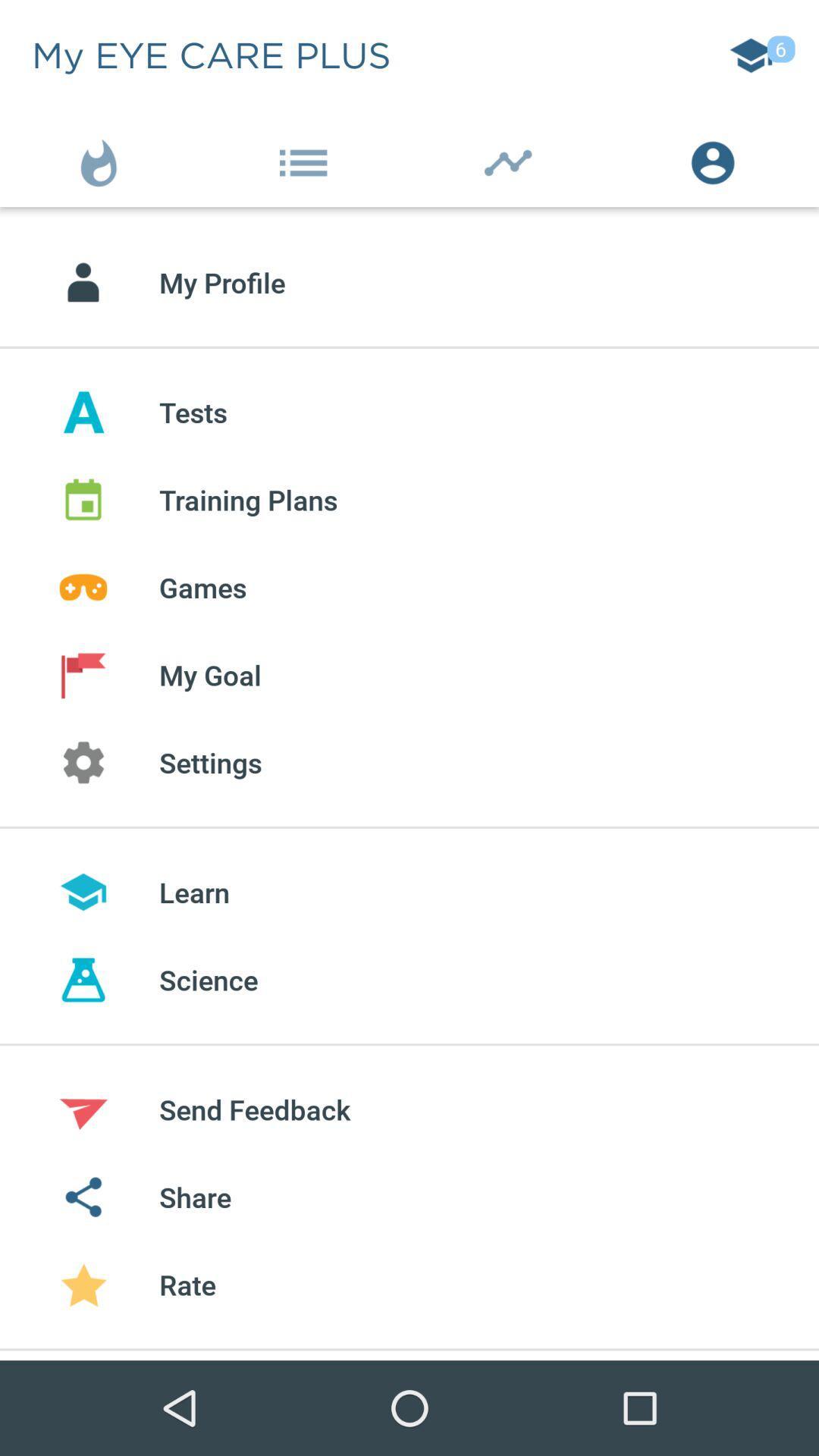 This screenshot has width=819, height=1456. Describe the element at coordinates (307, 159) in the screenshot. I see `the` at that location.